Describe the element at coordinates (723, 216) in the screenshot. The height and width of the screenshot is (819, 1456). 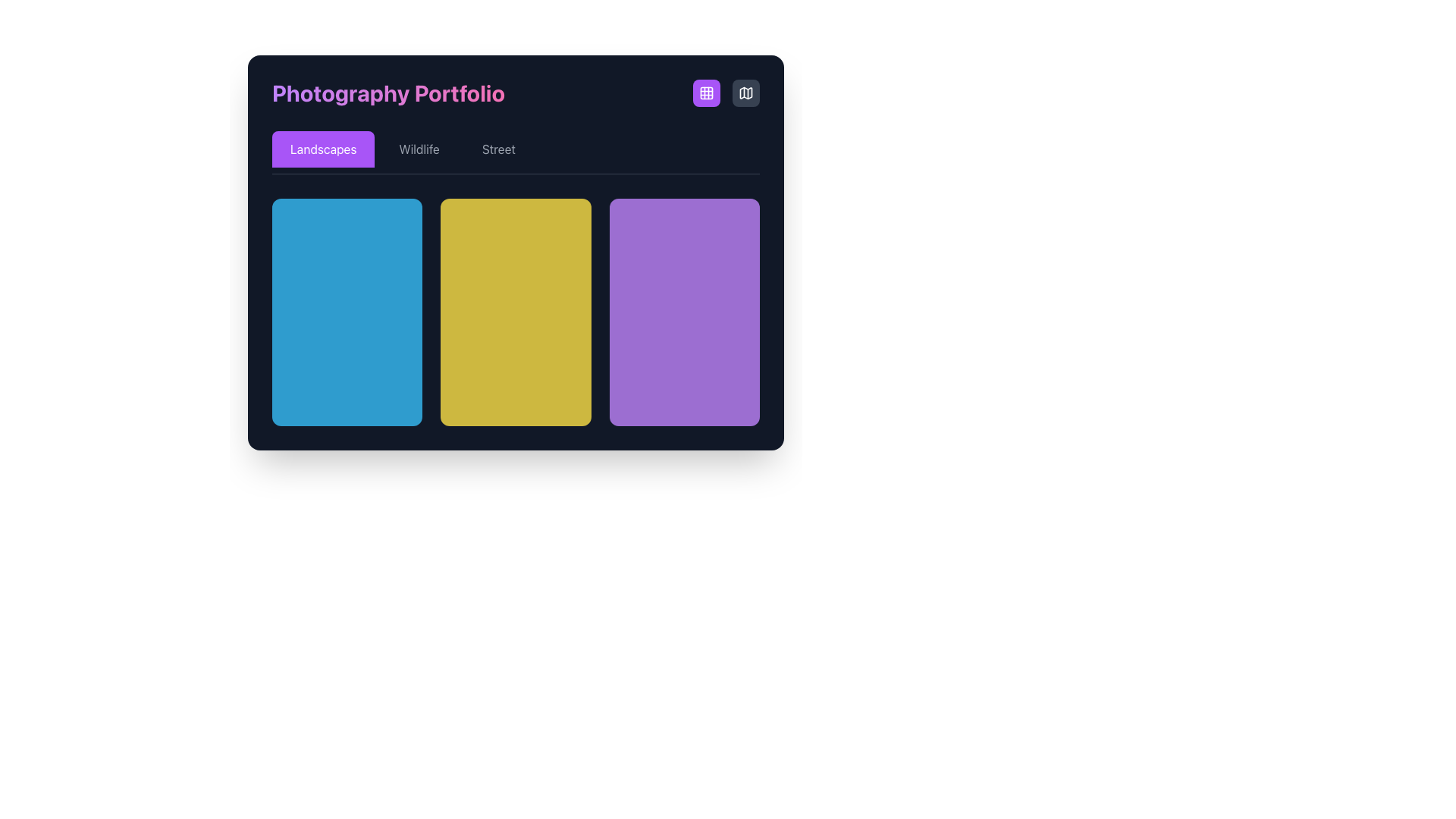
I see `the second circular indicator, which is located between an orange circle and a blue circle, positioned slightly above the center-right of the user interface` at that location.